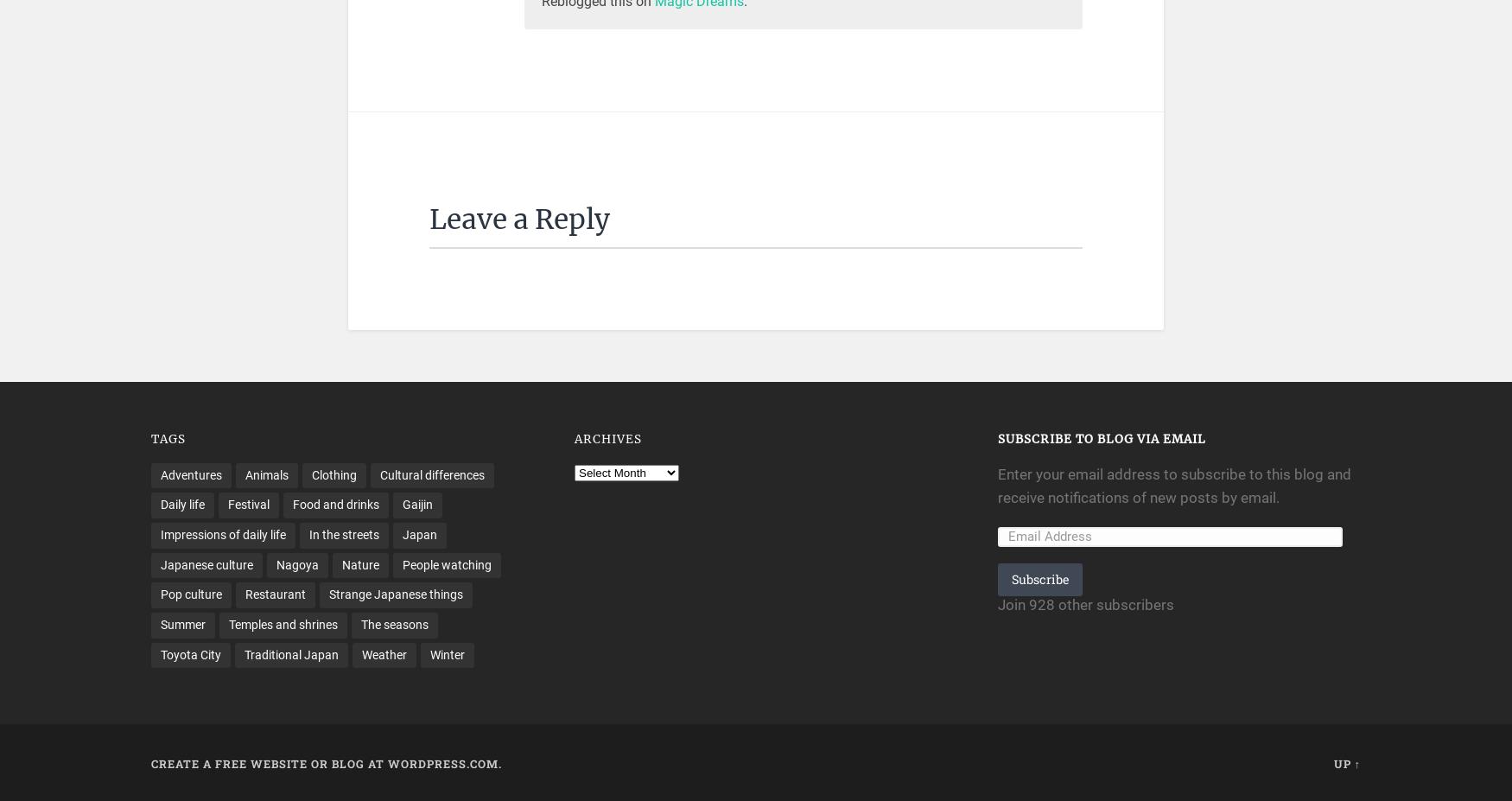 The image size is (1512, 801). I want to click on 'Japanese culture', so click(206, 563).